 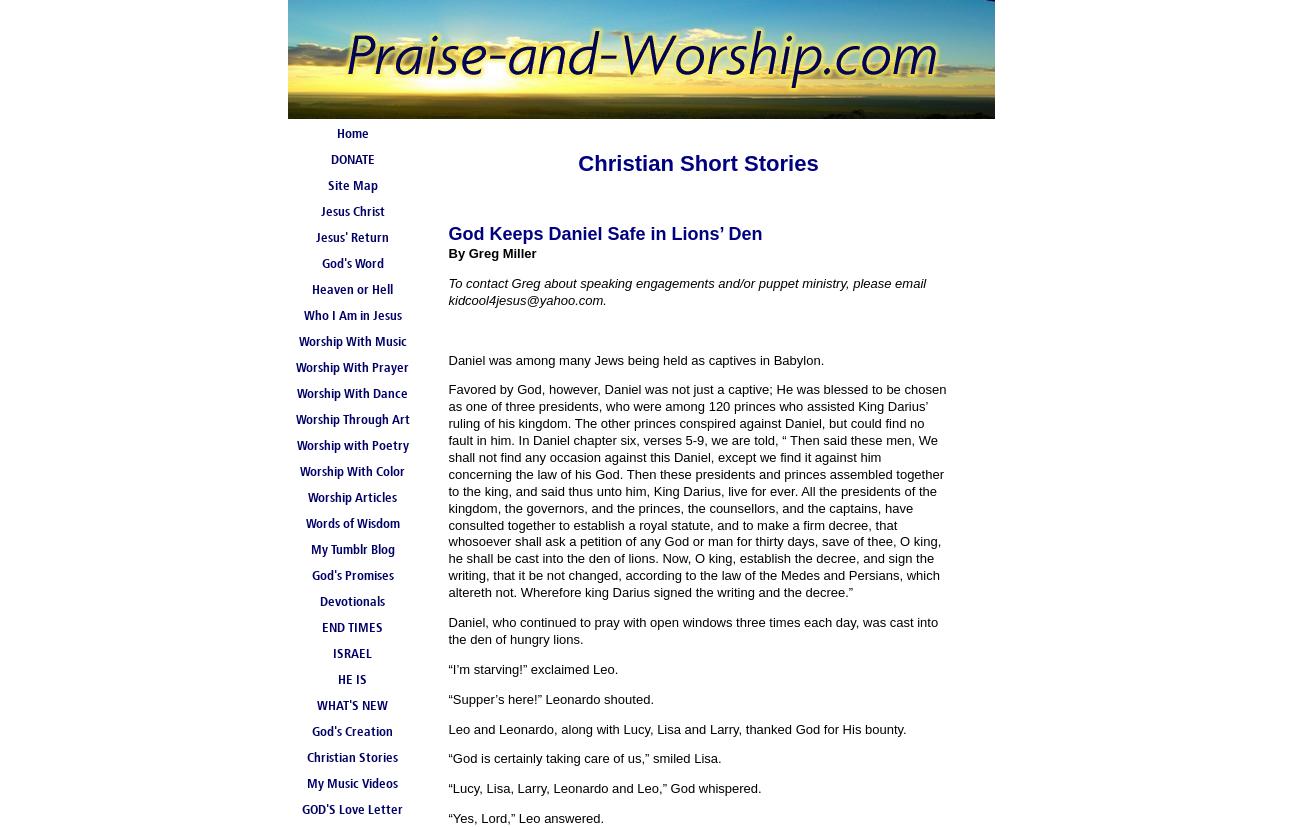 What do you see at coordinates (492, 252) in the screenshot?
I see `'By Greg Miller'` at bounding box center [492, 252].